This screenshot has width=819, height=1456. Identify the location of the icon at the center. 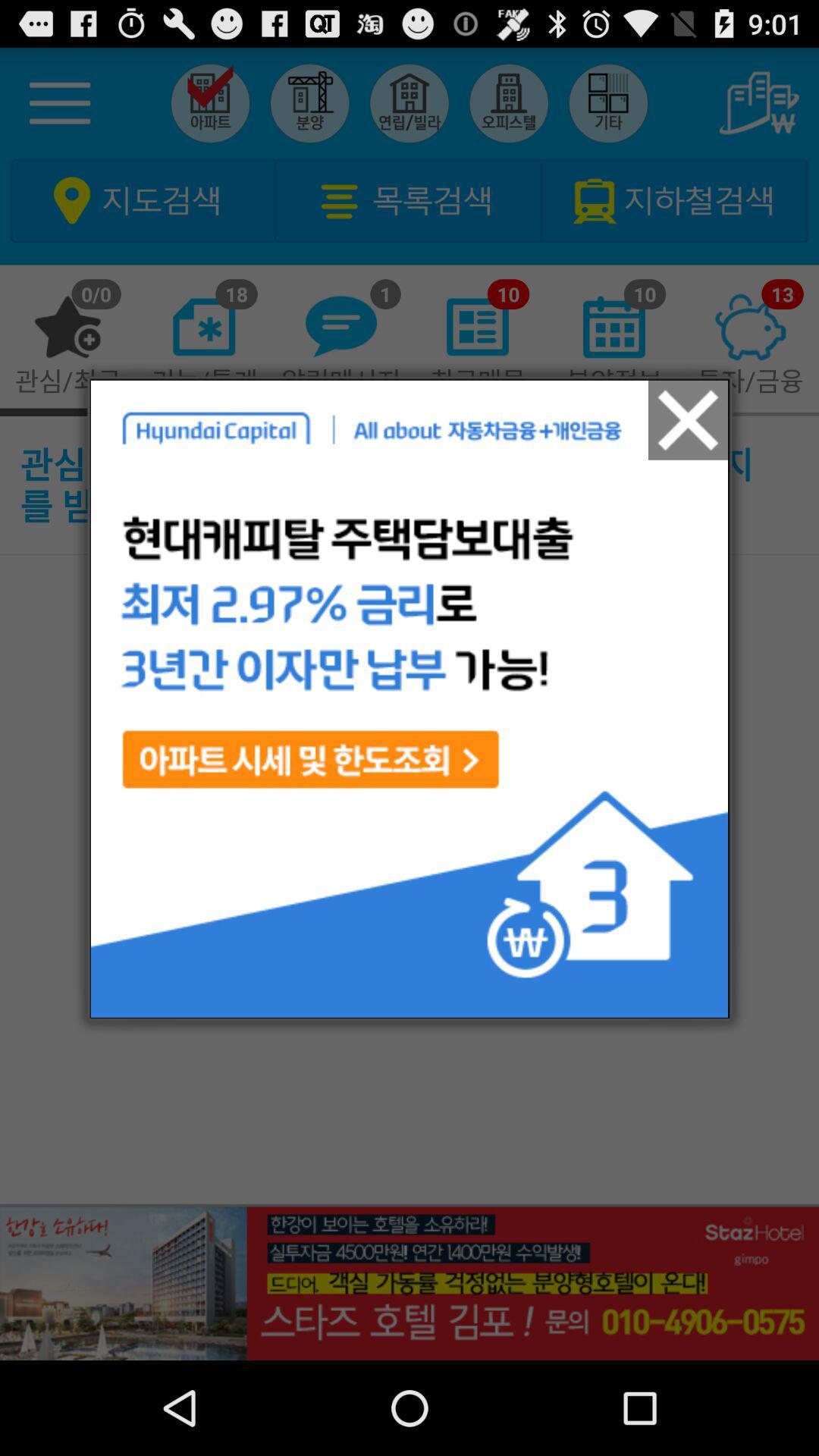
(409, 698).